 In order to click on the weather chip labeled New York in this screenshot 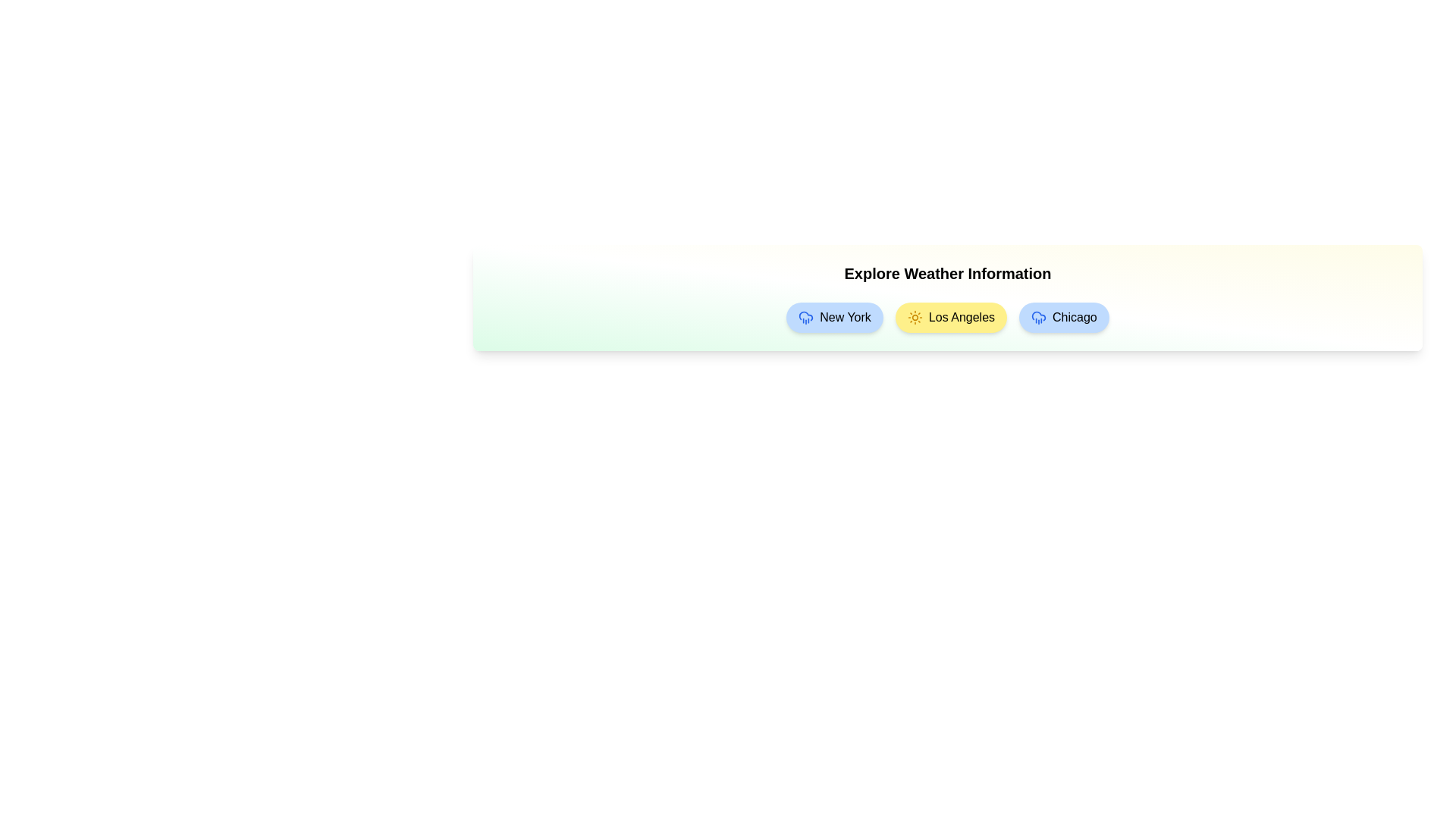, I will do `click(833, 317)`.